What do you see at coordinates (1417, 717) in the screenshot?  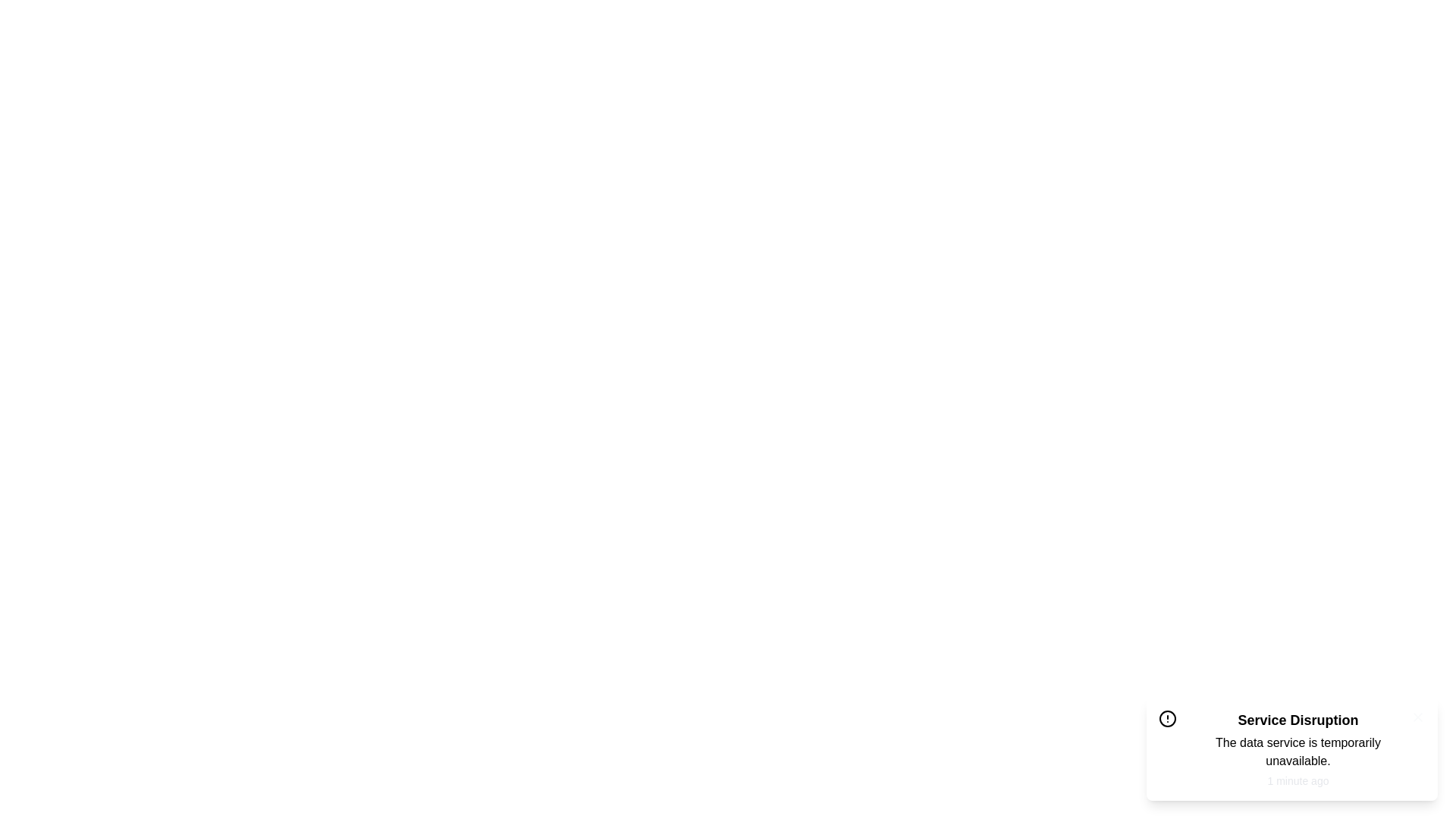 I see `the close button to dismiss the notification` at bounding box center [1417, 717].